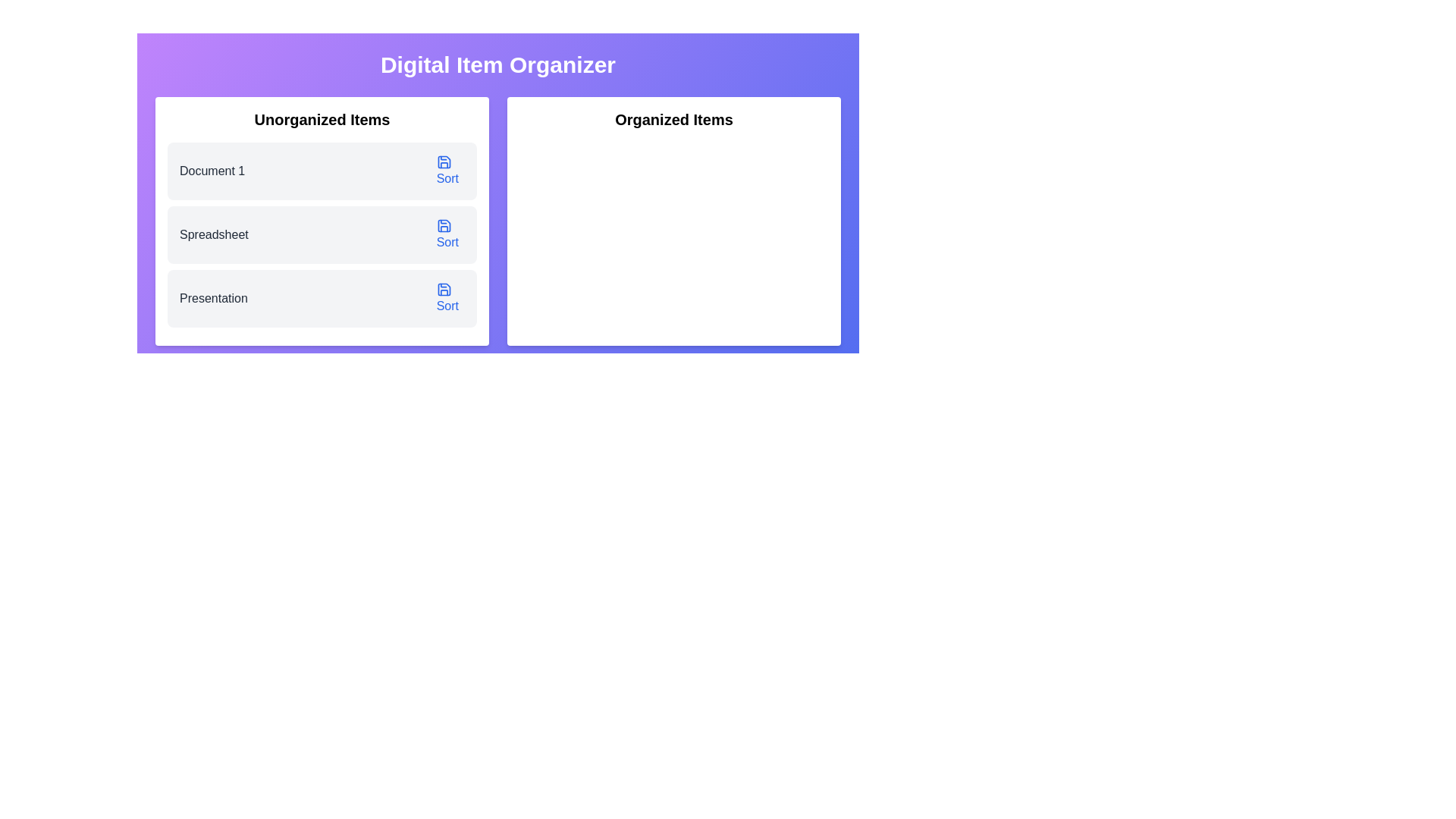 The height and width of the screenshot is (819, 1456). What do you see at coordinates (673, 119) in the screenshot?
I see `the bold headline text label 'Organized Items' located at the top of the right half of the interface` at bounding box center [673, 119].